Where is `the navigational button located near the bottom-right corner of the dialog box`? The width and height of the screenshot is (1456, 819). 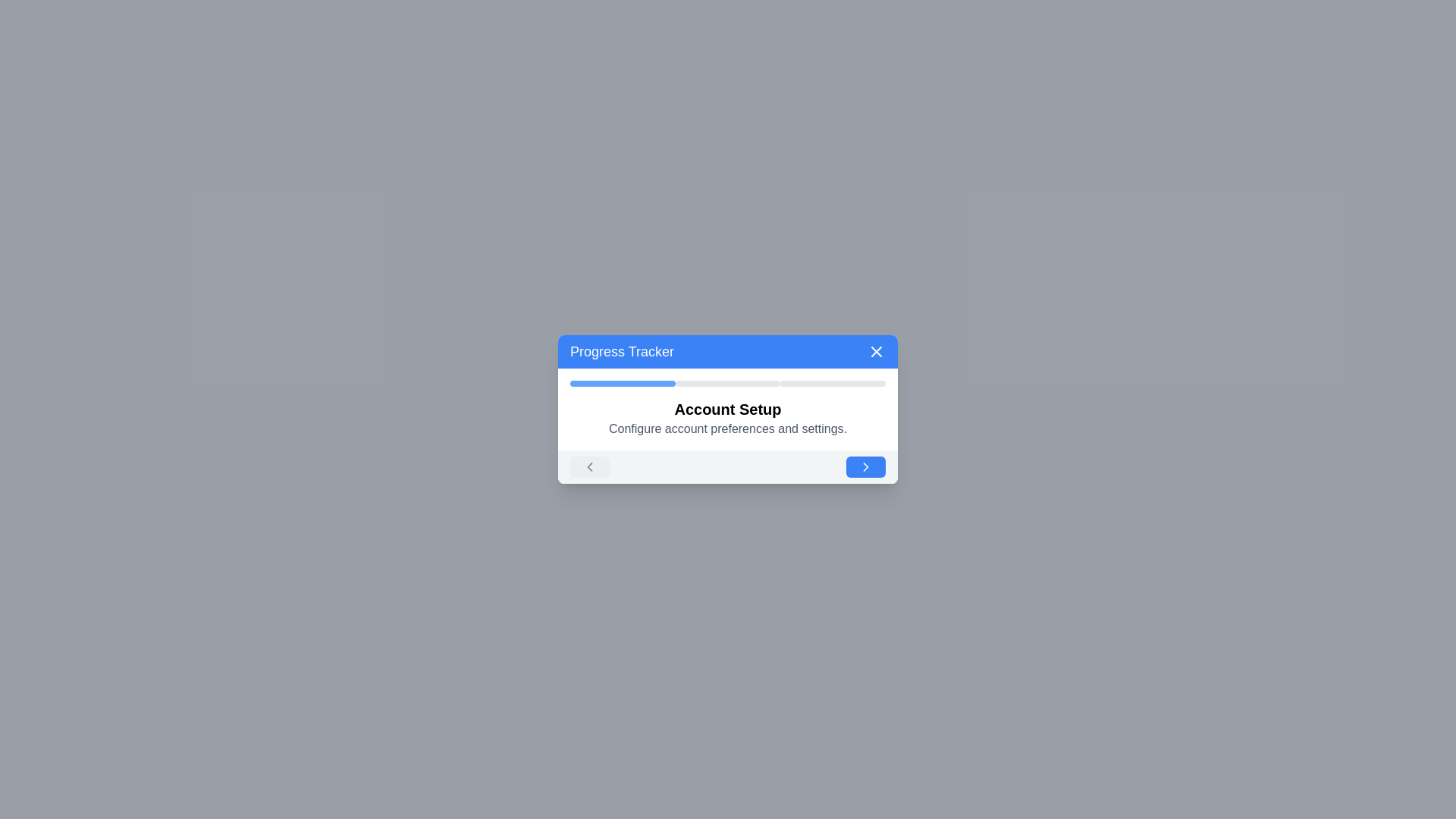
the navigational button located near the bottom-right corner of the dialog box is located at coordinates (866, 466).